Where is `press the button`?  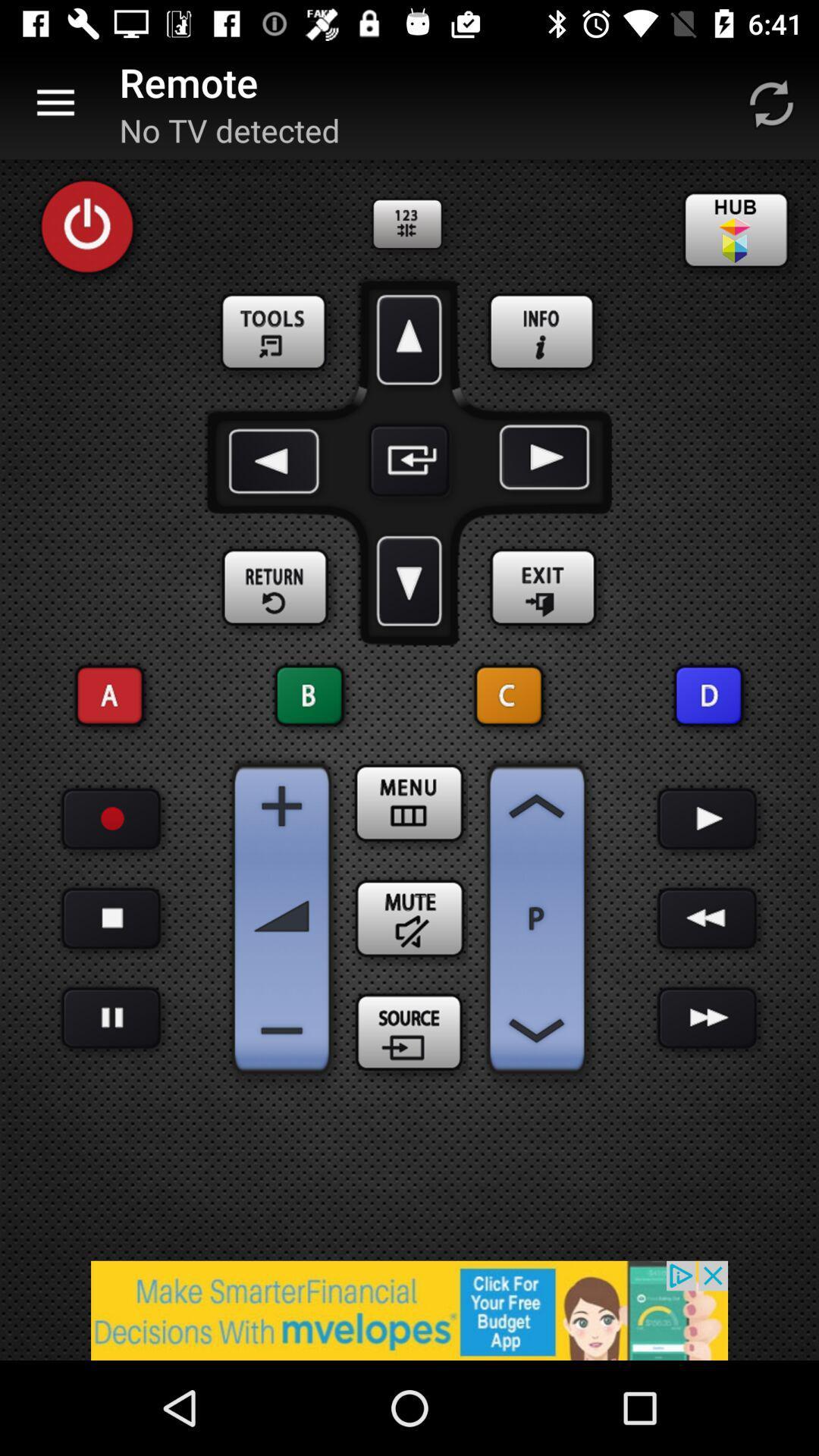
press the button is located at coordinates (110, 918).